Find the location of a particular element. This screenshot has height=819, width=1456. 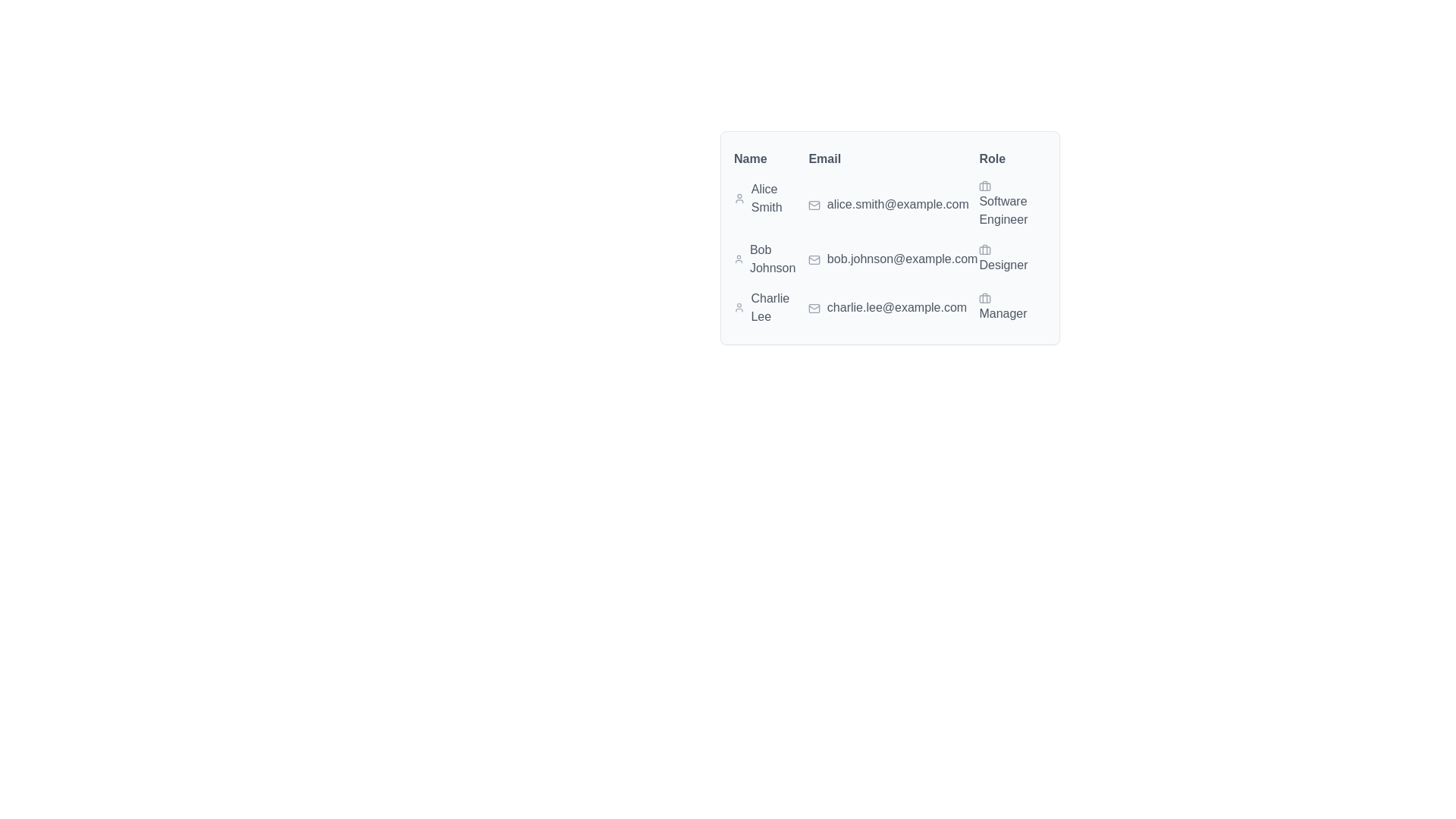

the static text element displaying 'Alice Smith' which is accompanied by a user silhouette icon, located in the first row of the table under the 'Name' column is located at coordinates (770, 198).